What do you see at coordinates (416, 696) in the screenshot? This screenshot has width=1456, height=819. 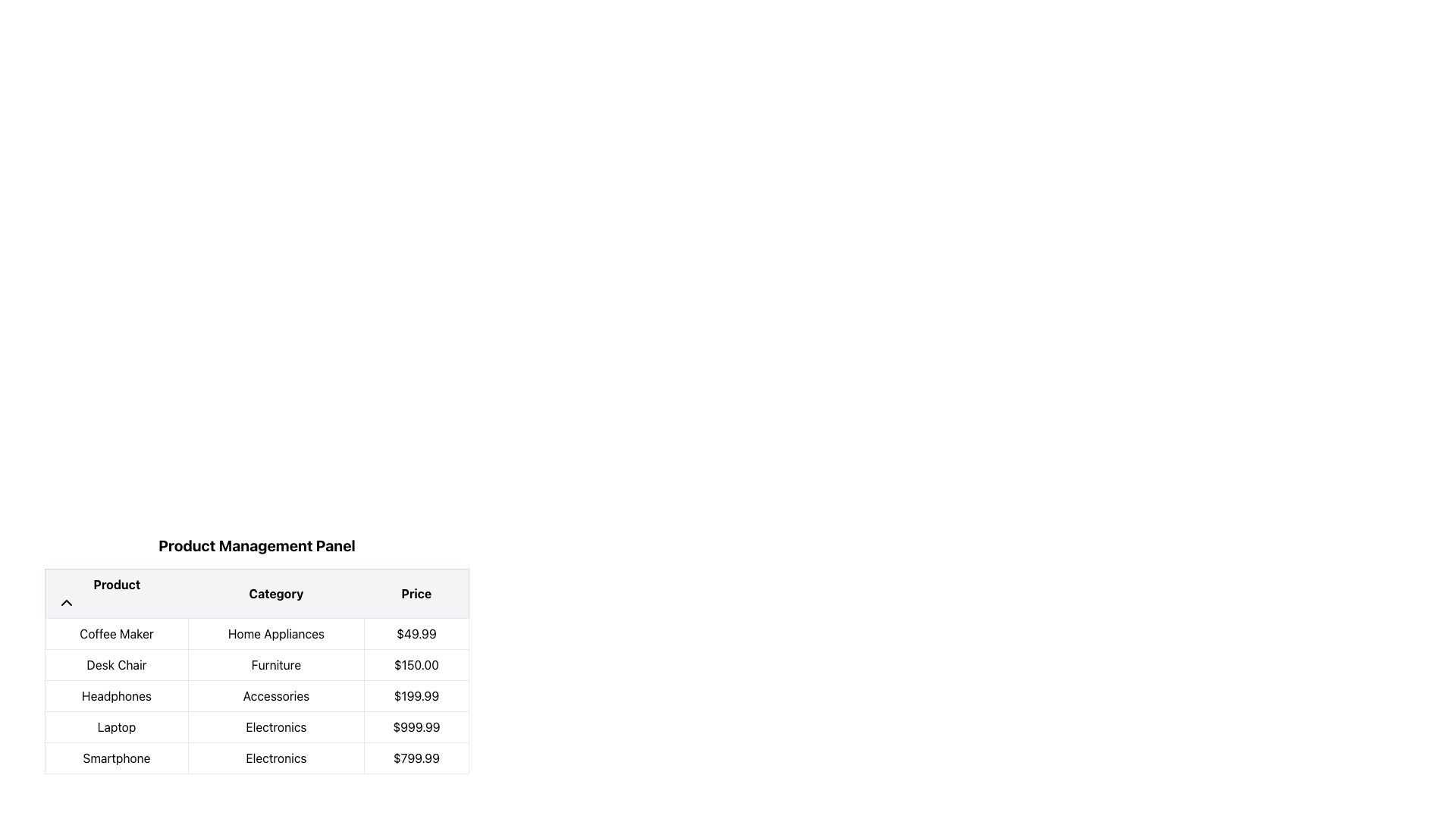 I see `the price text label displaying '$199.99' in the table of the 'Product Management Panel', which is the third cell in the third row` at bounding box center [416, 696].